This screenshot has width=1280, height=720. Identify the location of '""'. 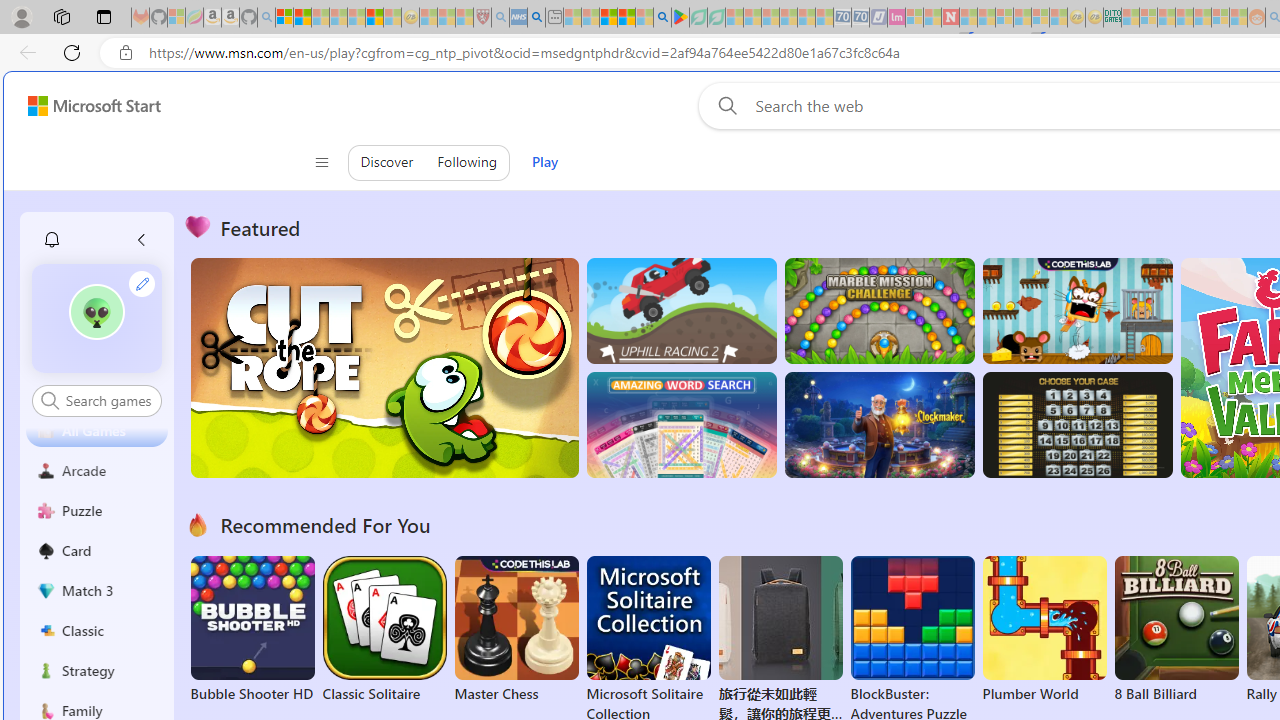
(96, 317).